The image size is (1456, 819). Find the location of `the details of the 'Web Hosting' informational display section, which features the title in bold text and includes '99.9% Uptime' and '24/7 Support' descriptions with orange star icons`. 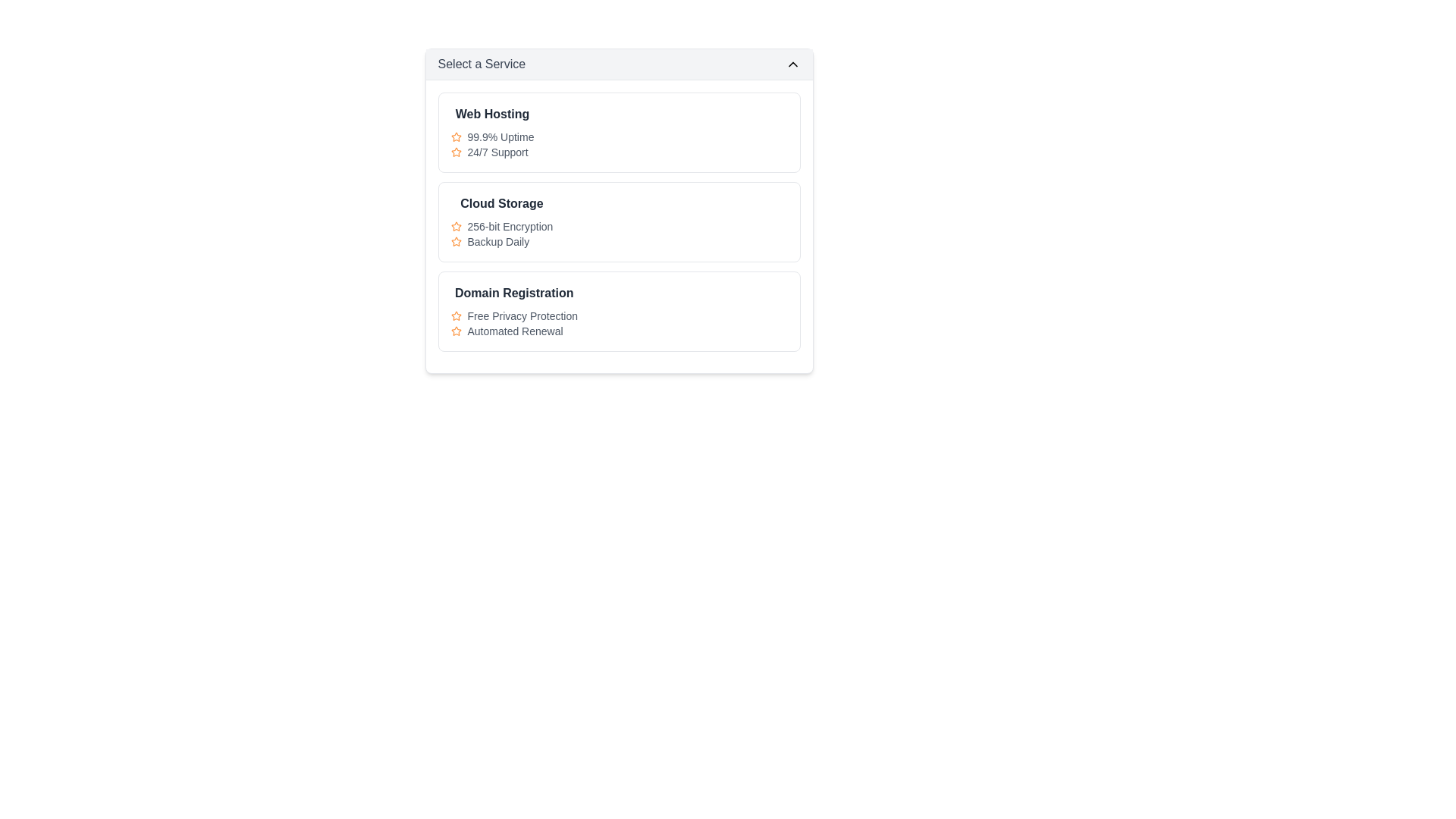

the details of the 'Web Hosting' informational display section, which features the title in bold text and includes '99.9% Uptime' and '24/7 Support' descriptions with orange star icons is located at coordinates (492, 131).